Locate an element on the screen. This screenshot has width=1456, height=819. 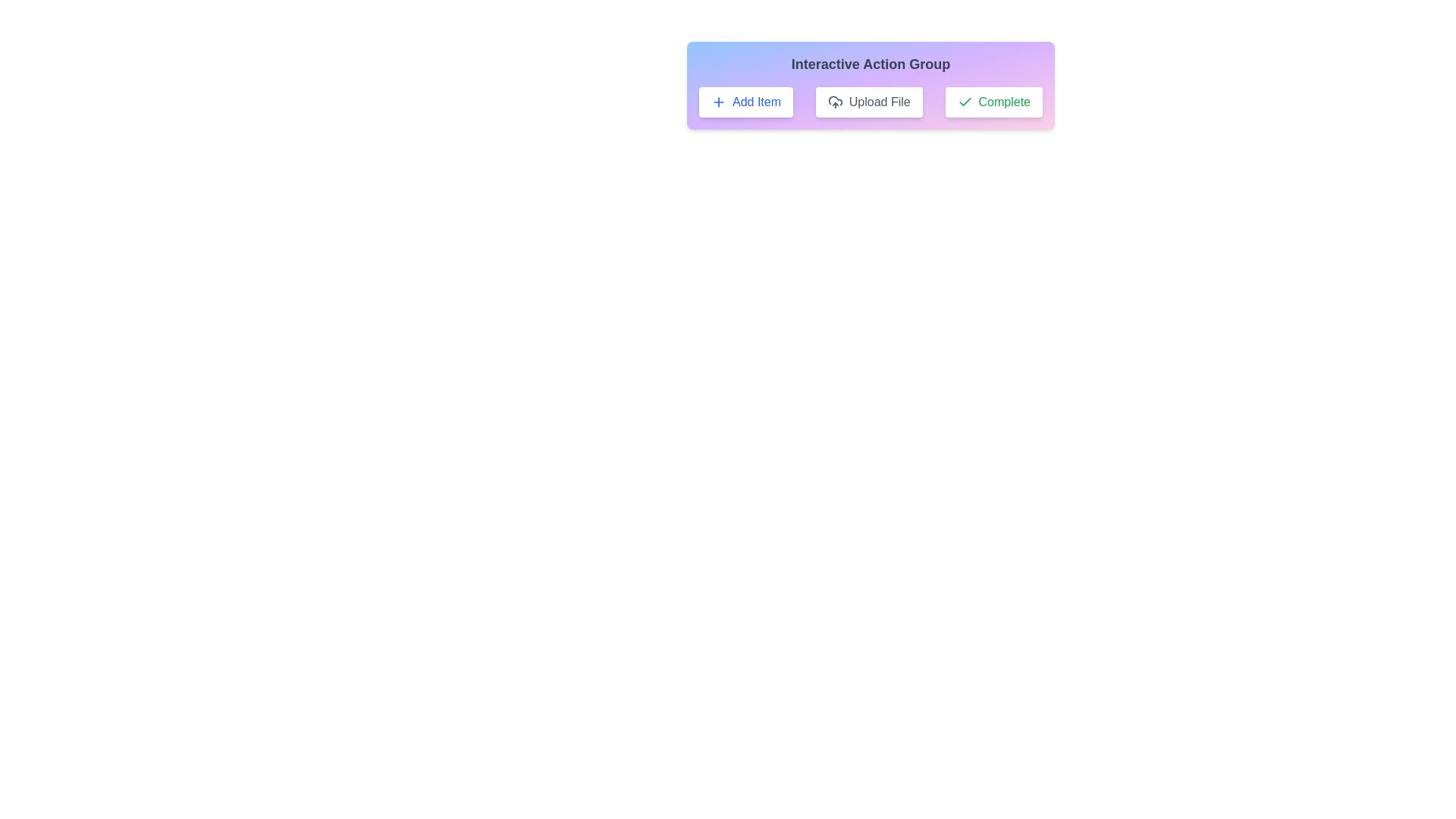
the 'Add Item' button, which is a rectangular white button with blue text and a plus icon, located within a horizontal layout of action buttons is located at coordinates (745, 102).